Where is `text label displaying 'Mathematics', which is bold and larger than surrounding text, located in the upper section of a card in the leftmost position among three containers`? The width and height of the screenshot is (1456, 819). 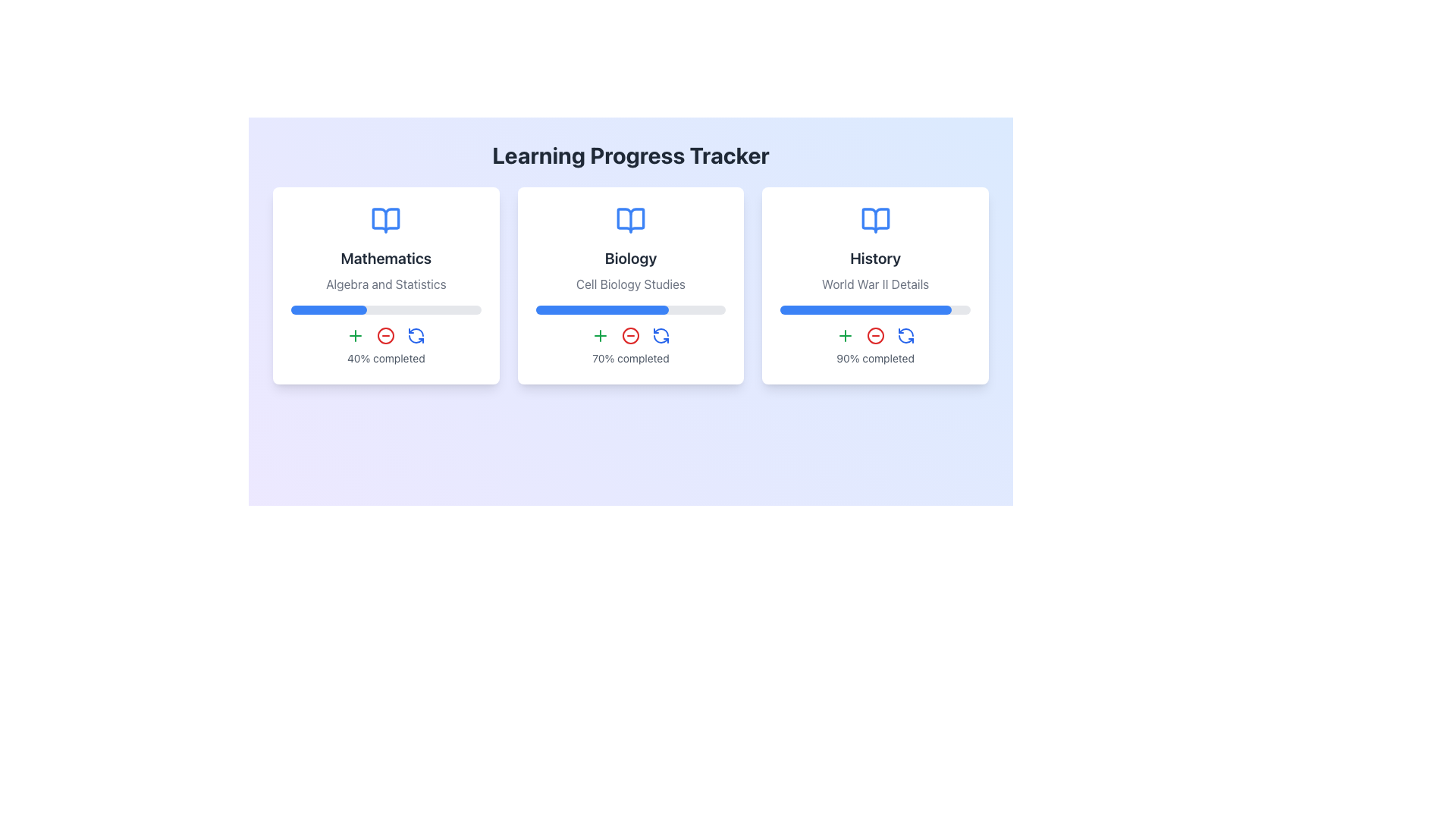
text label displaying 'Mathematics', which is bold and larger than surrounding text, located in the upper section of a card in the leftmost position among three containers is located at coordinates (386, 257).